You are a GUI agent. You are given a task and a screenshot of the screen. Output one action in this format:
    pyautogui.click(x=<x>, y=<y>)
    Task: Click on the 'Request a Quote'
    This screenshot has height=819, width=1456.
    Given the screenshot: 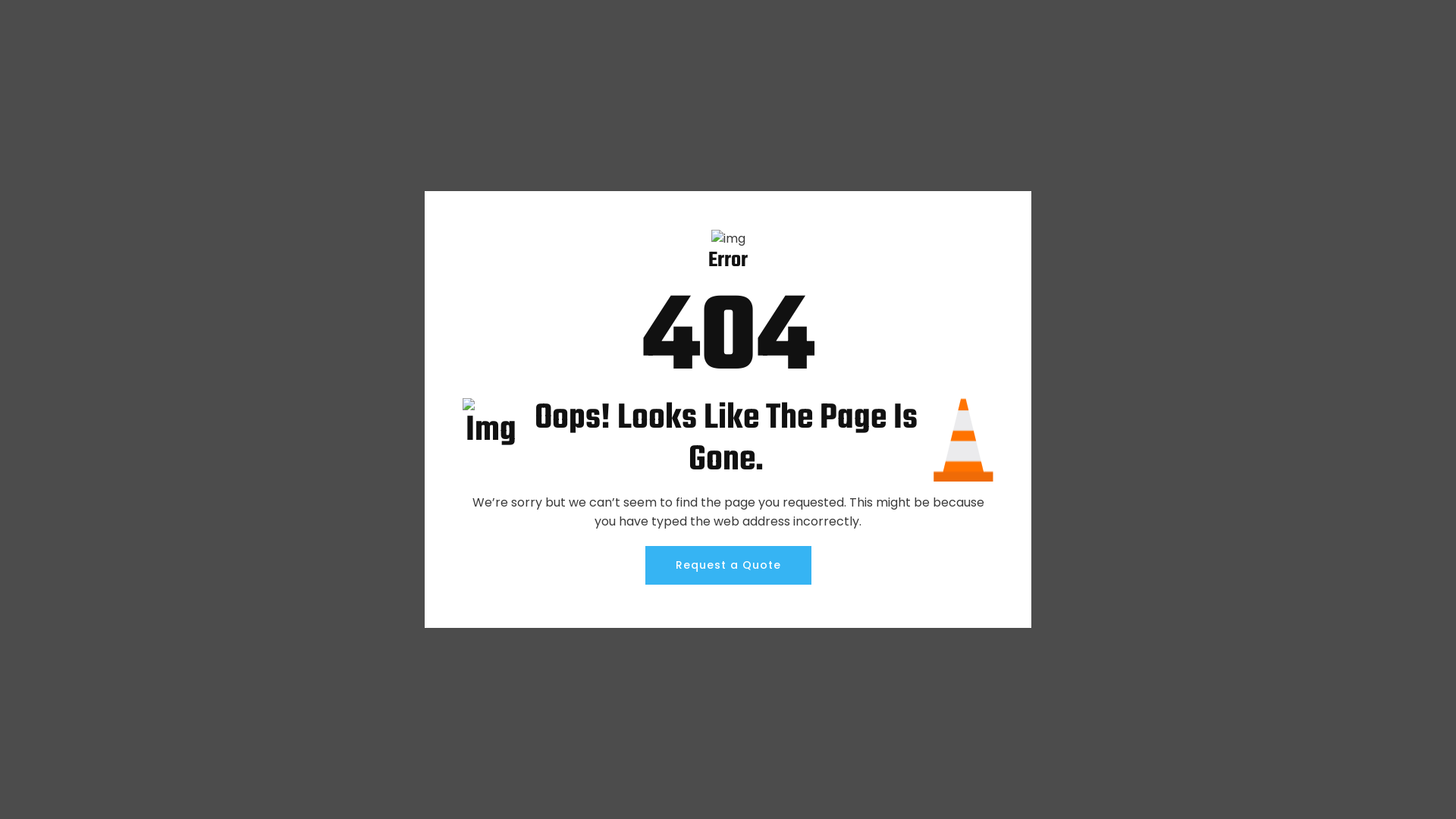 What is the action you would take?
    pyautogui.click(x=726, y=565)
    